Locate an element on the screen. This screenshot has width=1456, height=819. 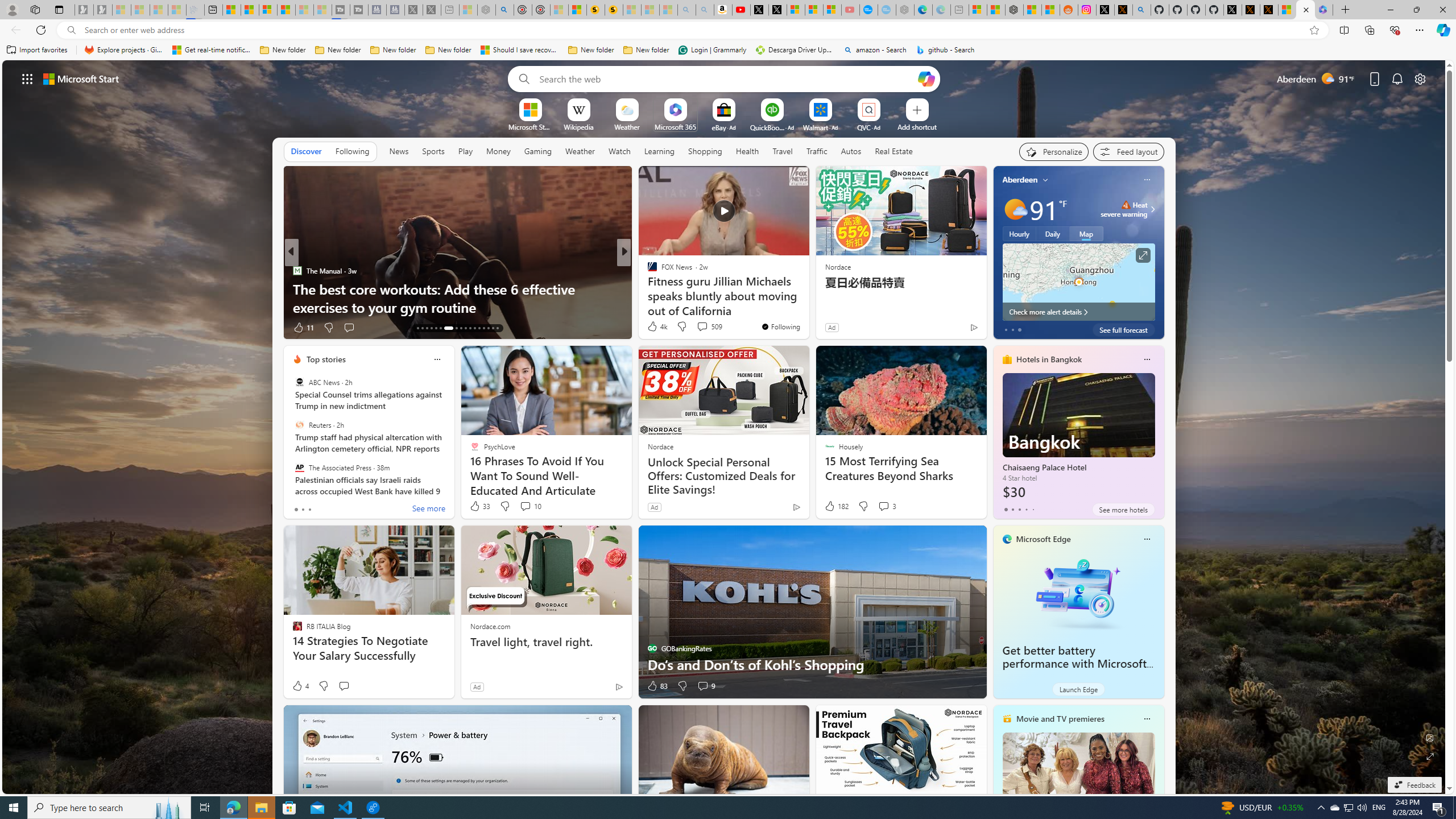
'Shopping' is located at coordinates (705, 151).